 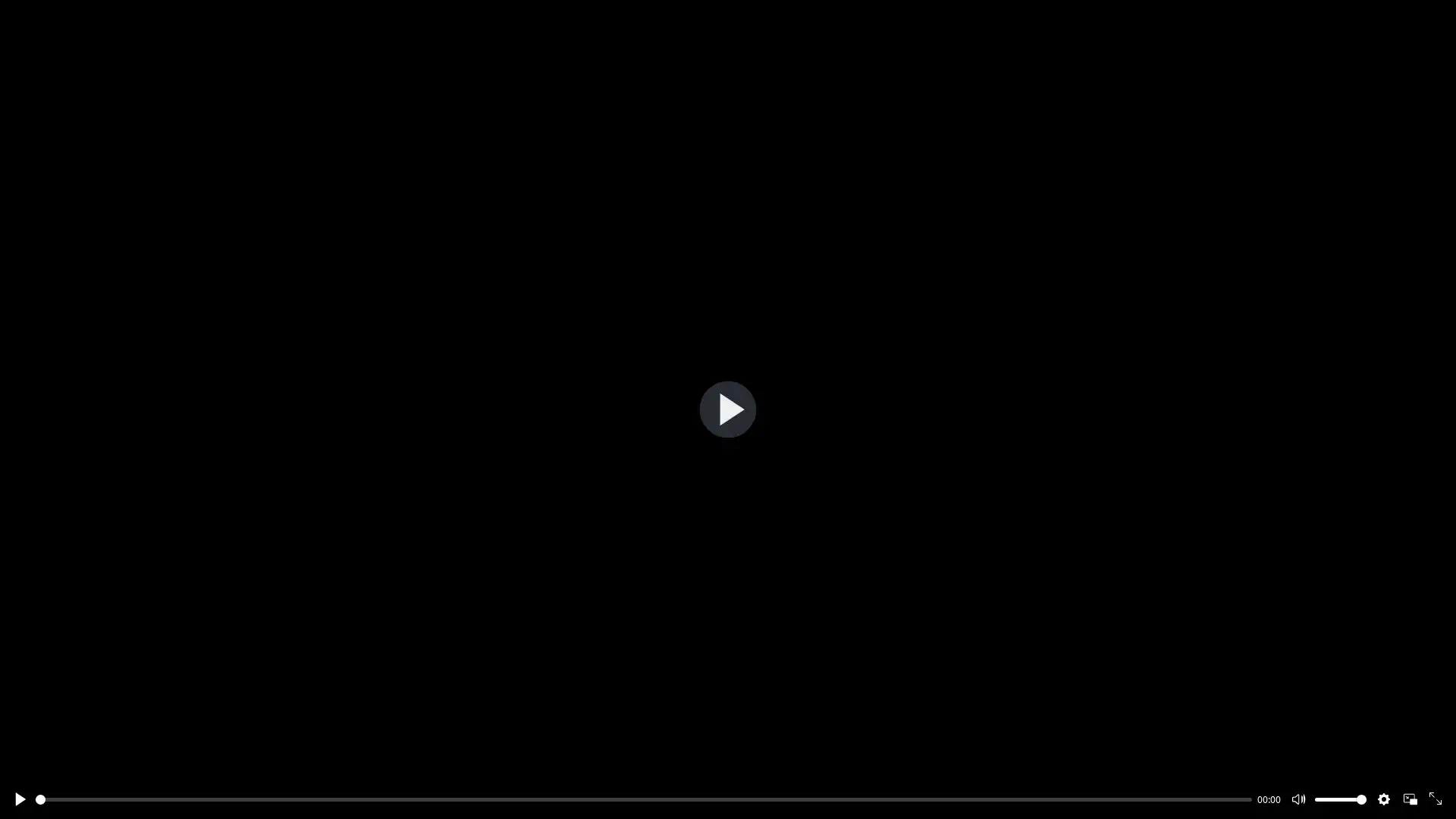 What do you see at coordinates (1298, 798) in the screenshot?
I see `Sla av ljud` at bounding box center [1298, 798].